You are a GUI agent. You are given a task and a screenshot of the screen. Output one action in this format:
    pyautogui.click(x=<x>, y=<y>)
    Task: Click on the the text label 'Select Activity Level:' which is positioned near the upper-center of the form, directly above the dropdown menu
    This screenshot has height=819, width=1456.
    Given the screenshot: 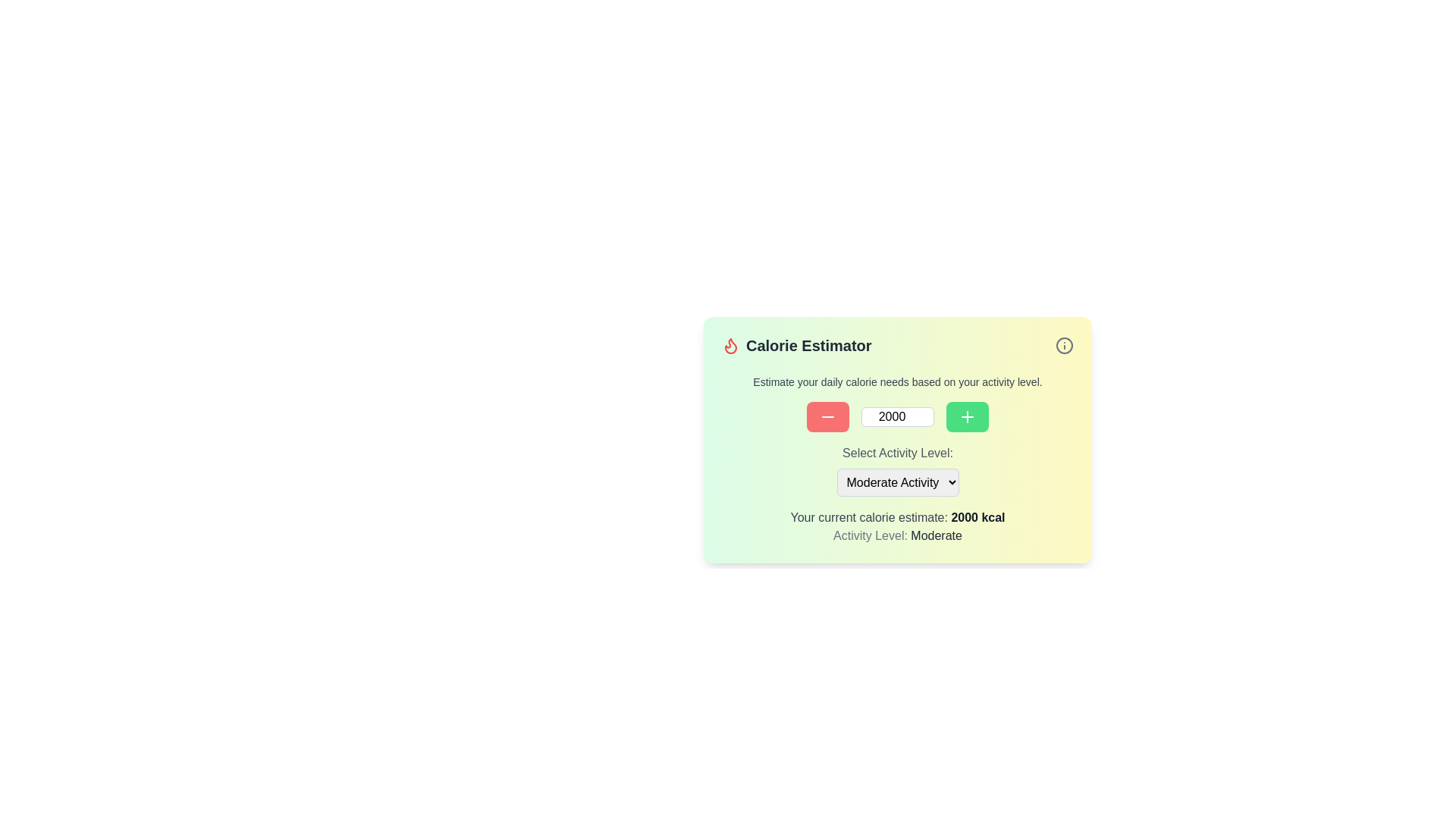 What is the action you would take?
    pyautogui.click(x=898, y=452)
    